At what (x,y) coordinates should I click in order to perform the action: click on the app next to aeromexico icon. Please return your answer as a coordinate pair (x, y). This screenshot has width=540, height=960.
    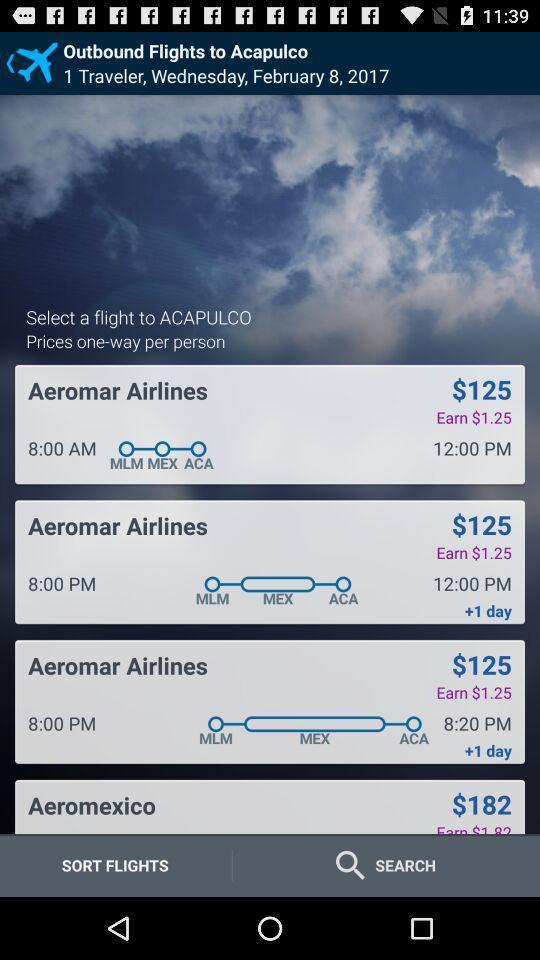
    Looking at the image, I should click on (480, 804).